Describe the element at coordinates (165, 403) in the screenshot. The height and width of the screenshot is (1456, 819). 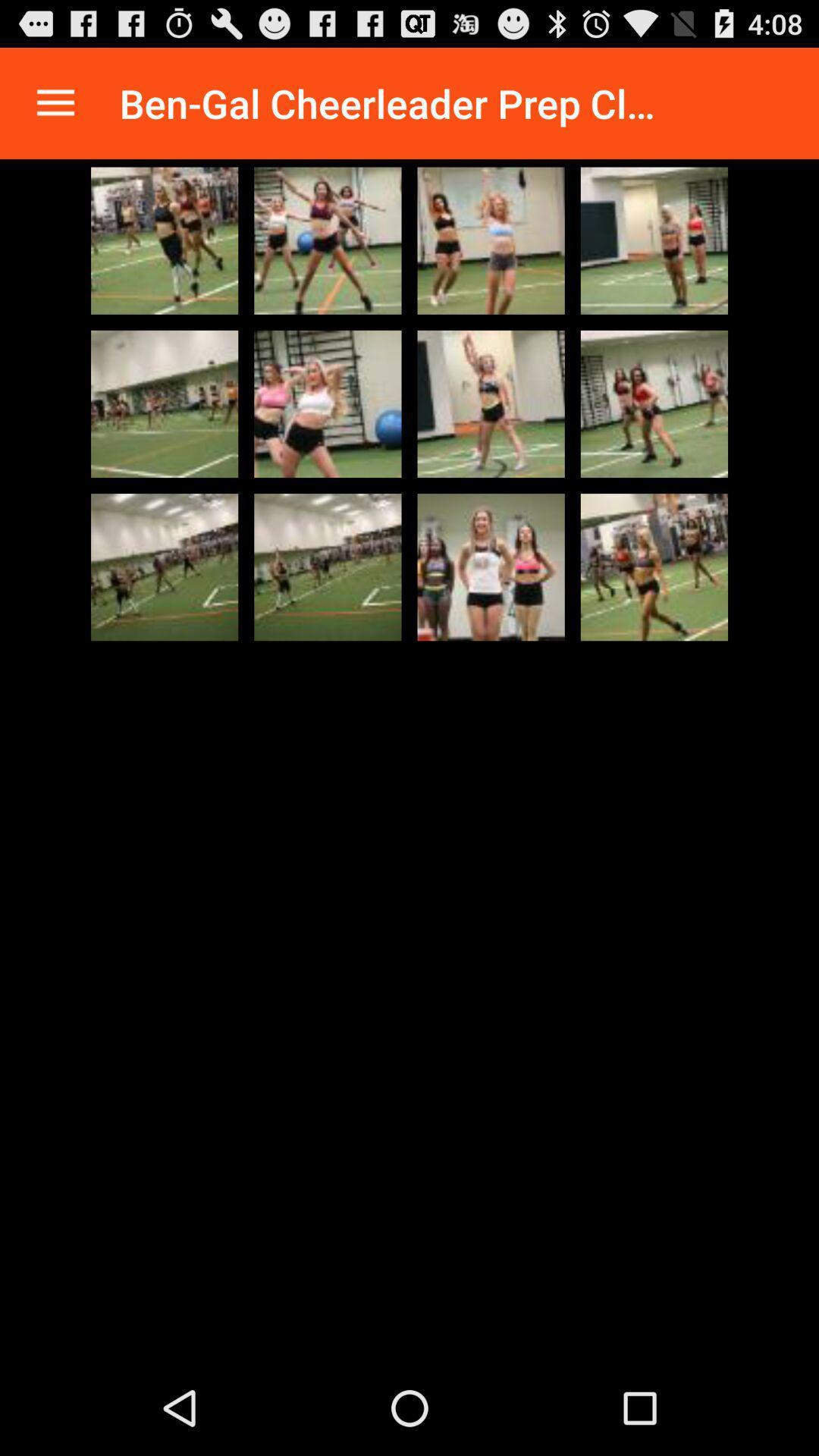
I see `photo` at that location.